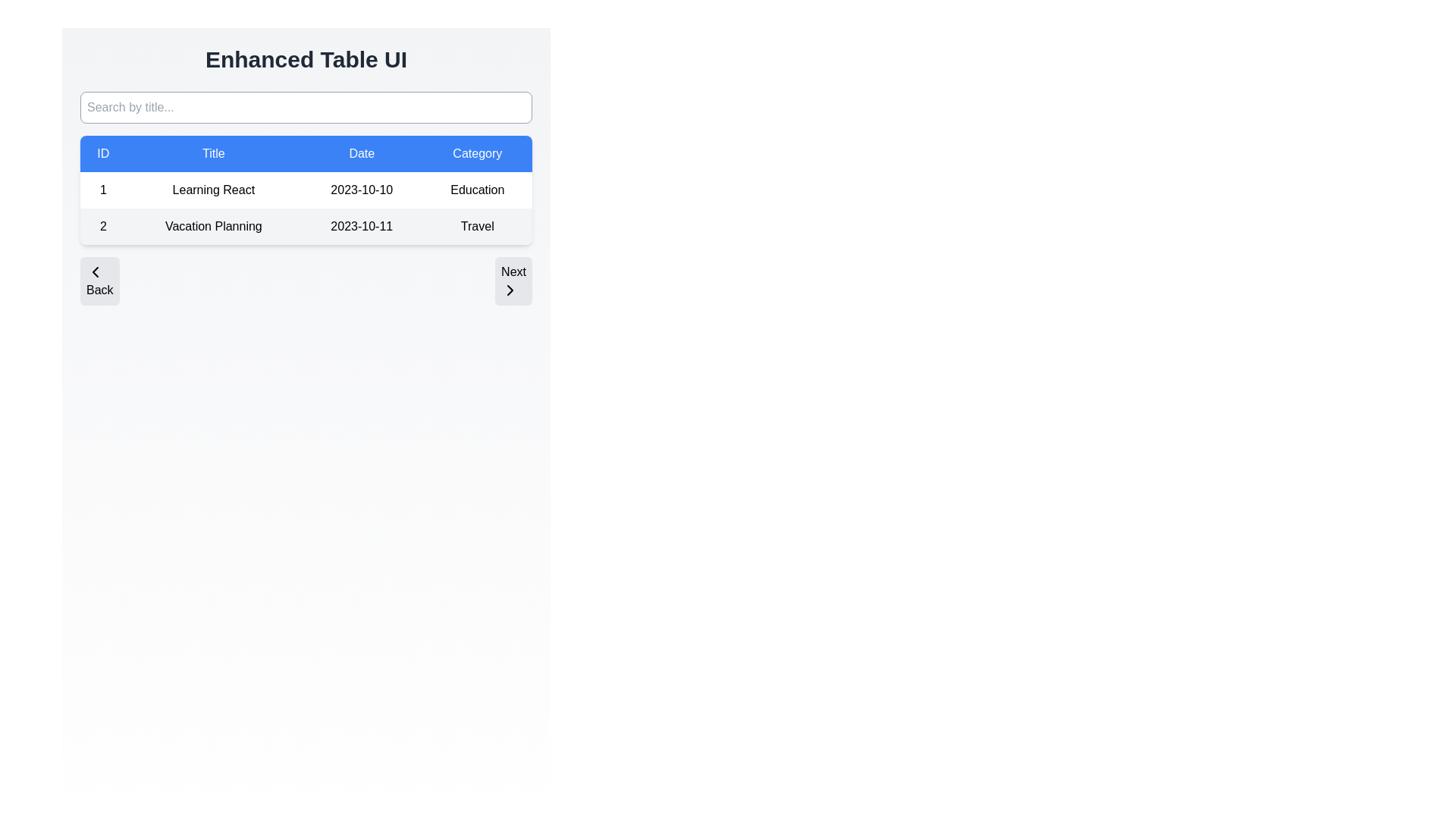 The width and height of the screenshot is (1456, 819). What do you see at coordinates (305, 227) in the screenshot?
I see `the row` at bounding box center [305, 227].